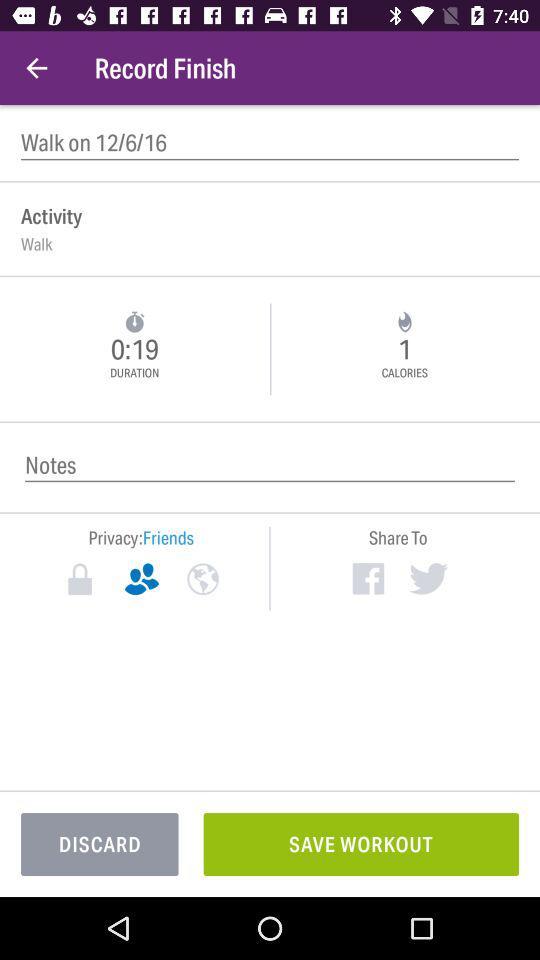 The width and height of the screenshot is (540, 960). What do you see at coordinates (427, 578) in the screenshot?
I see `the twitter icon` at bounding box center [427, 578].